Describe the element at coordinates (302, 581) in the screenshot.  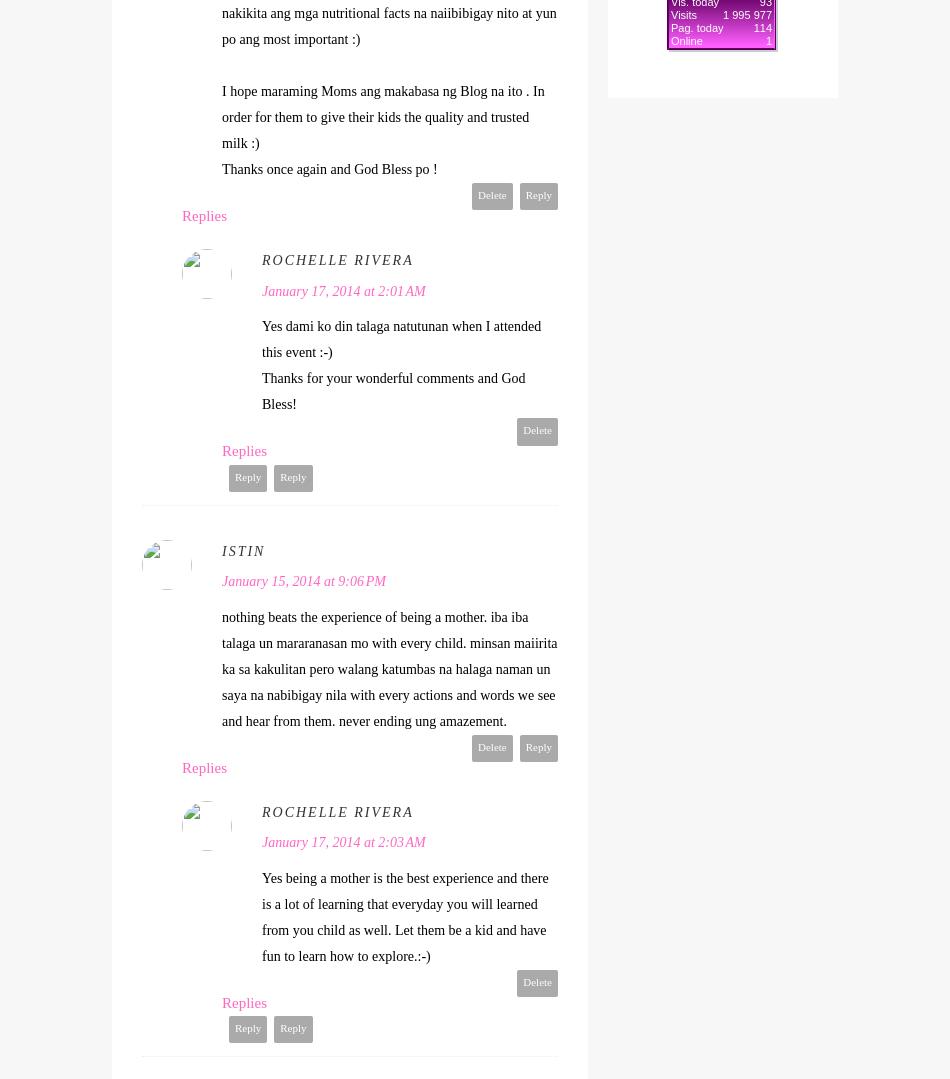
I see `'January 15, 2014 at 9:06 PM'` at that location.